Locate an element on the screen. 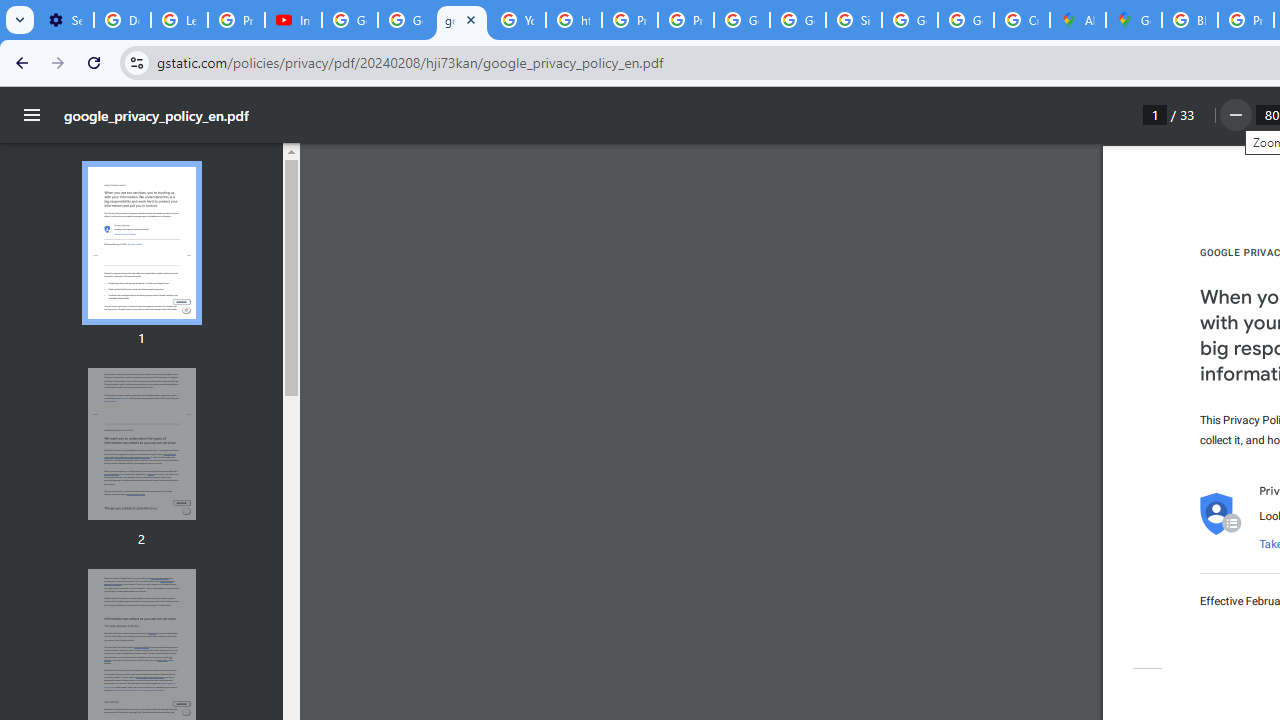 The image size is (1280, 720). 'google_privacy_policy_en.pdf' is located at coordinates (461, 20).